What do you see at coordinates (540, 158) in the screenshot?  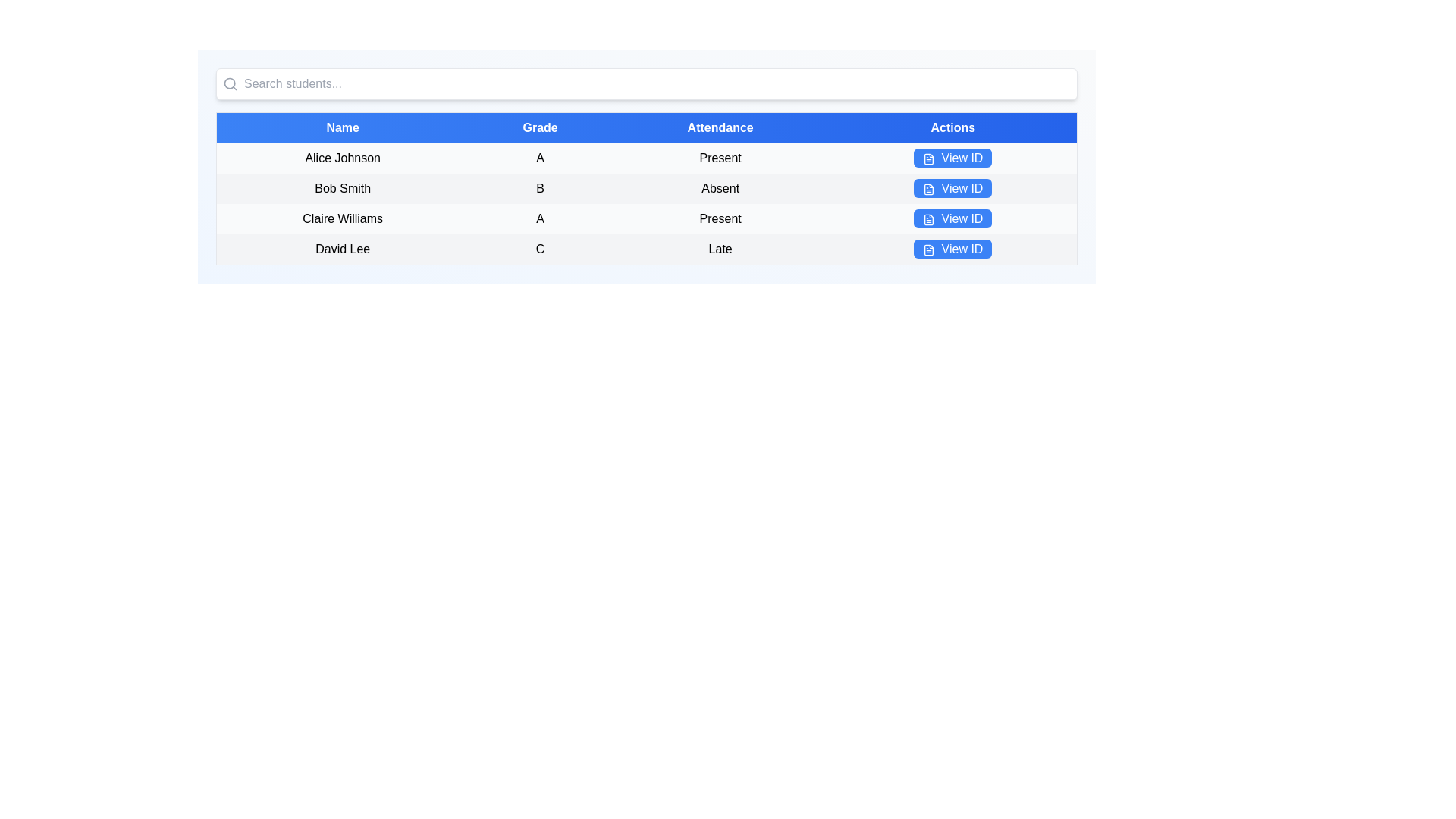 I see `the static text element displaying the uppercase letter 'A' located under the 'Grade' column in the row for 'Alice Johnson'` at bounding box center [540, 158].